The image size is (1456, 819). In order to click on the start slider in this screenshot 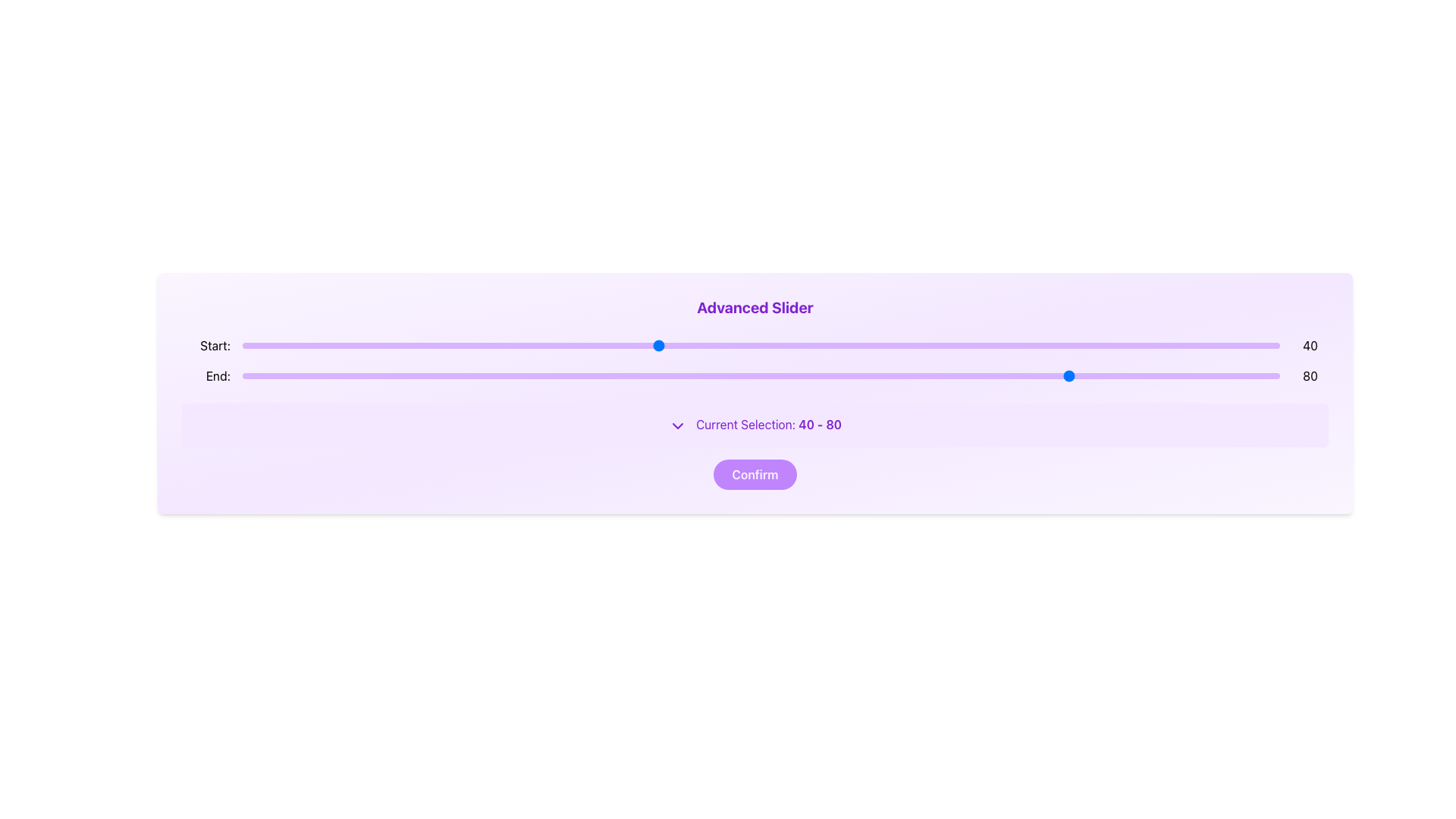, I will do `click(636, 345)`.